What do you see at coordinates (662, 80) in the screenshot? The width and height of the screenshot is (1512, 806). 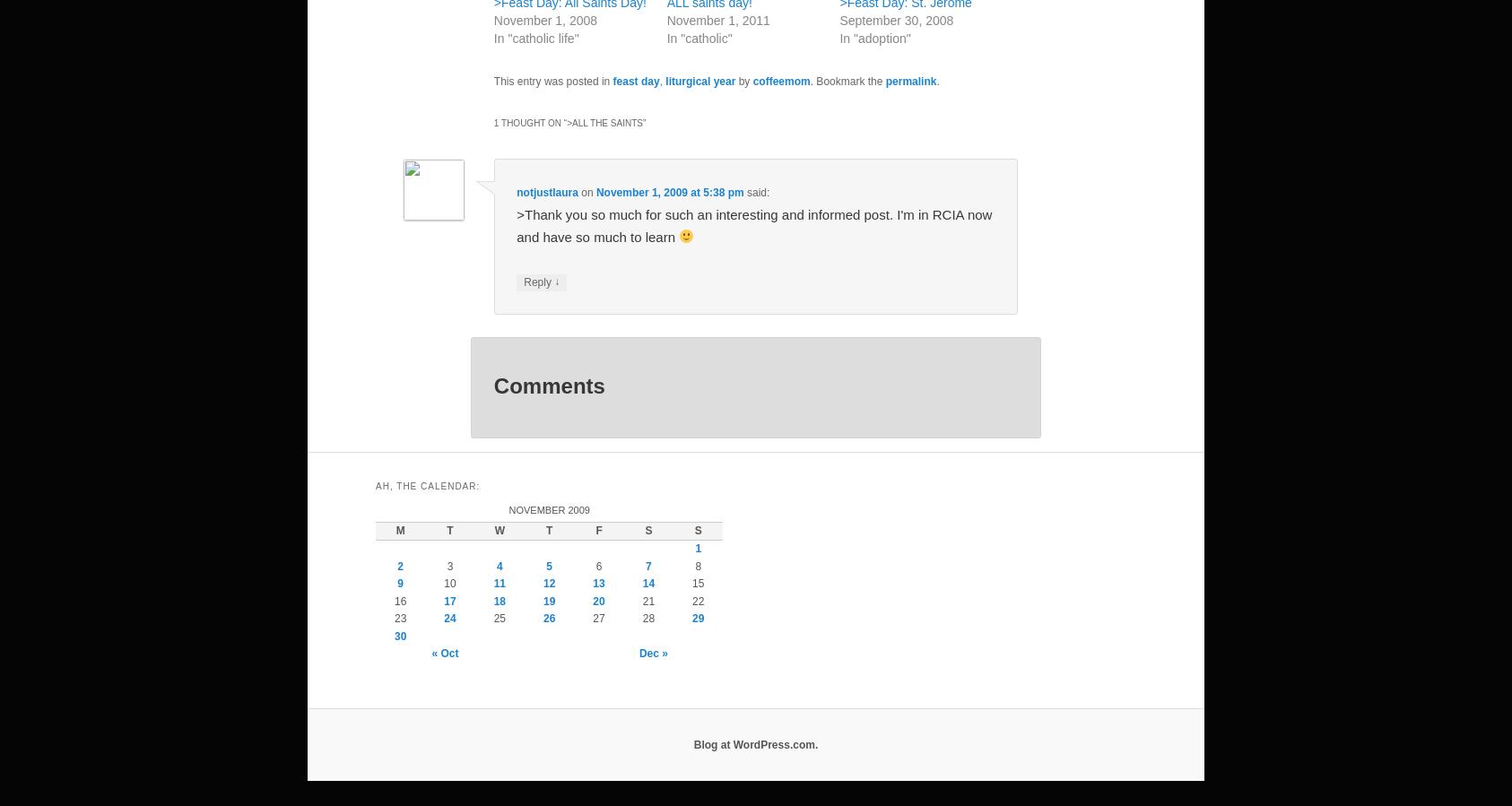 I see `','` at bounding box center [662, 80].